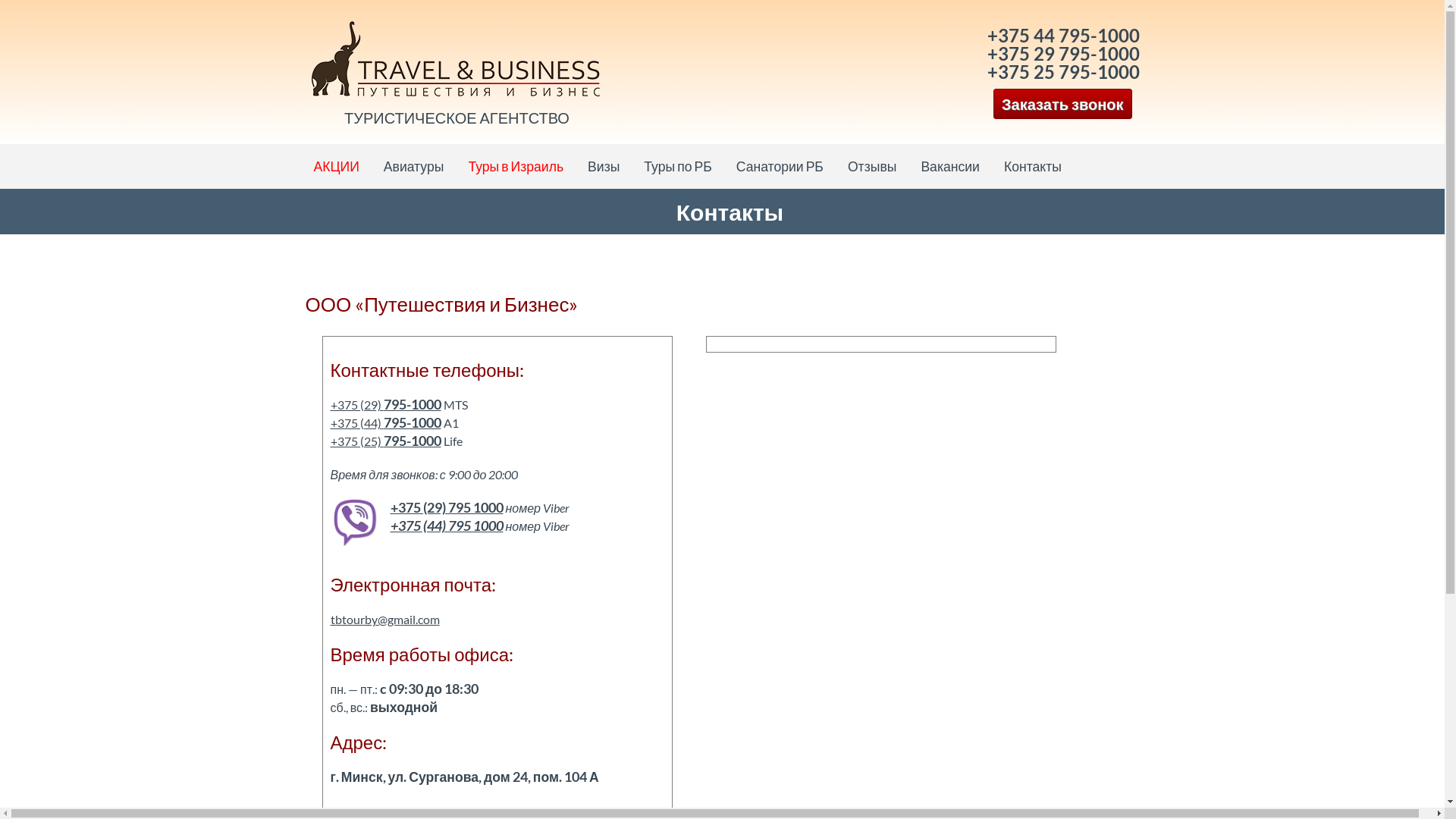  Describe the element at coordinates (1062, 34) in the screenshot. I see `'+375 44 795-1000'` at that location.